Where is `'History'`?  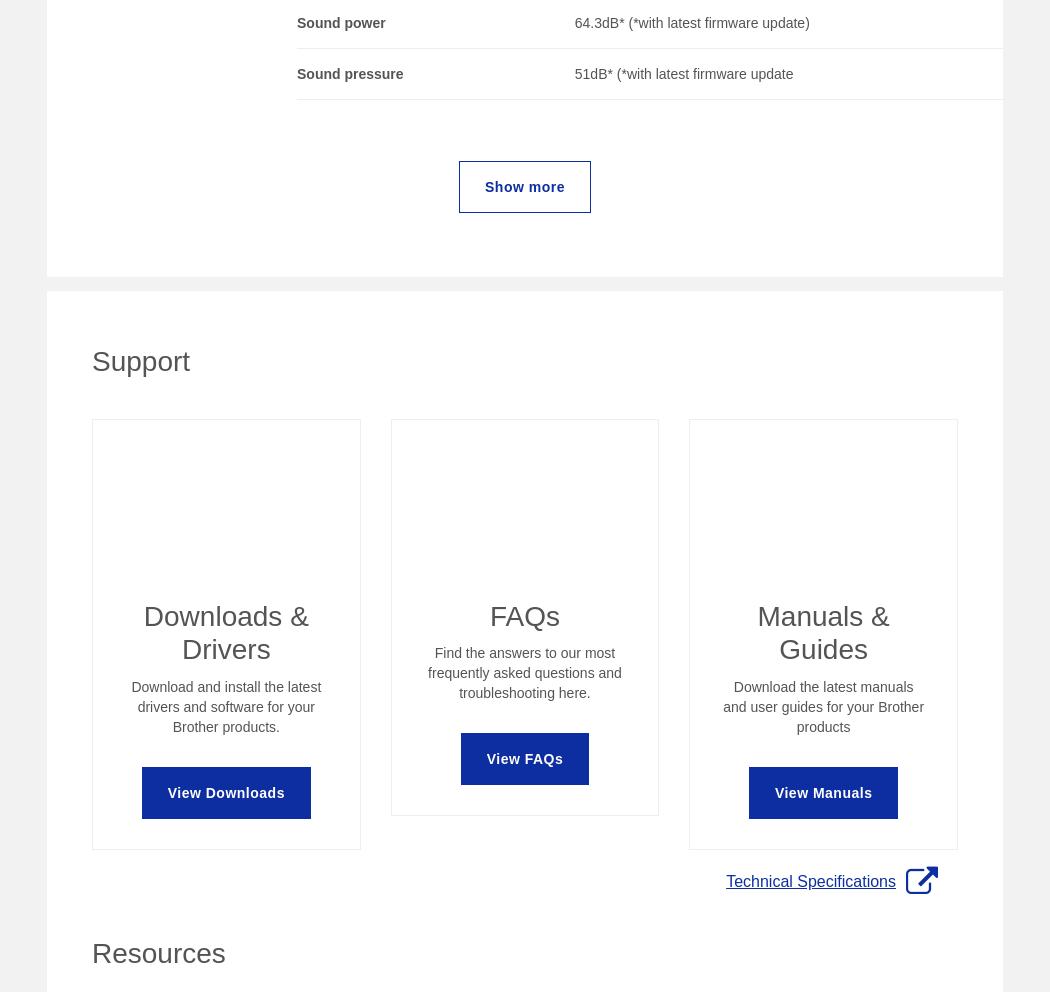
'History' is located at coordinates (480, 547).